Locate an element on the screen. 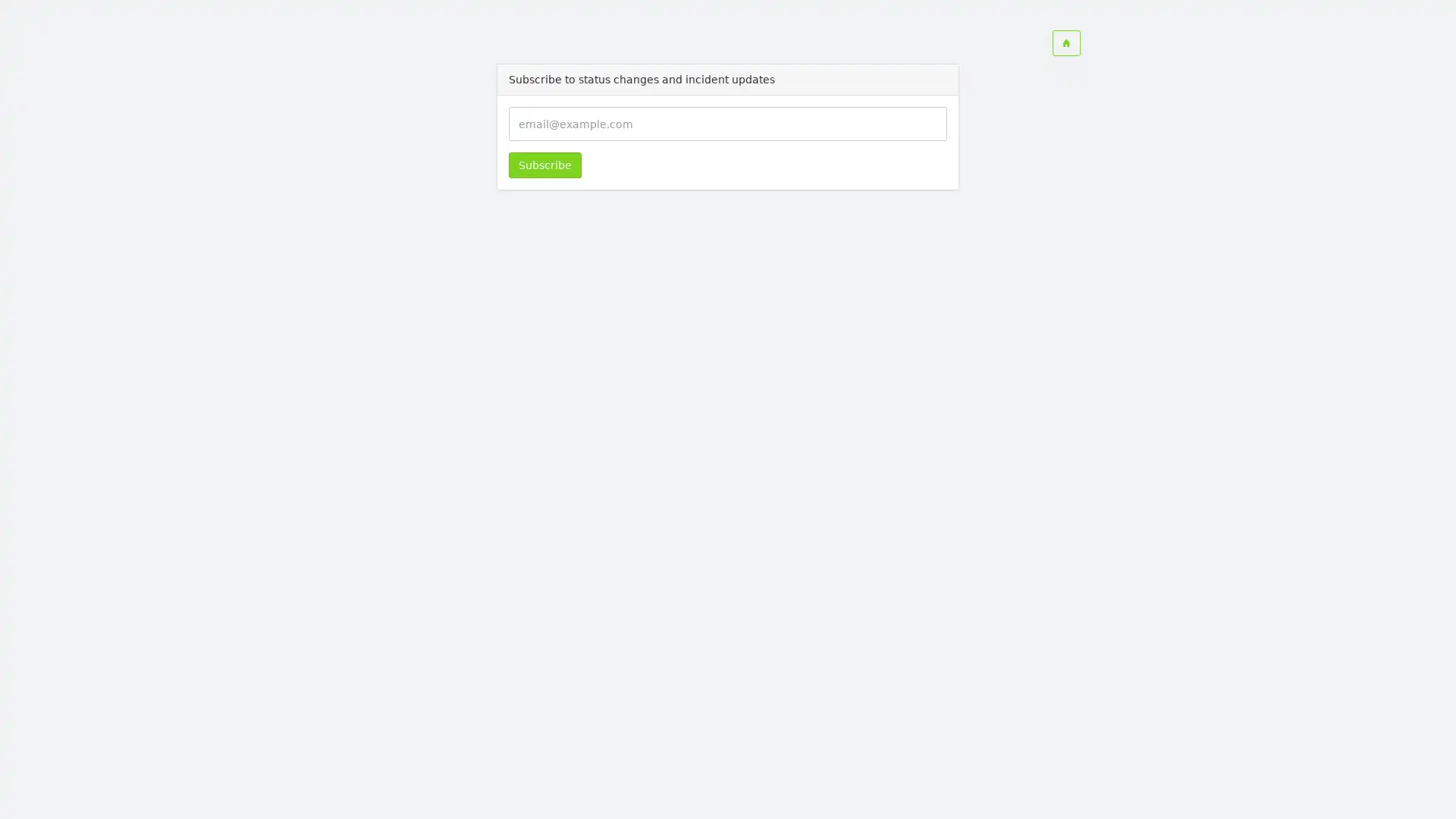  Subscribe is located at coordinates (544, 165).